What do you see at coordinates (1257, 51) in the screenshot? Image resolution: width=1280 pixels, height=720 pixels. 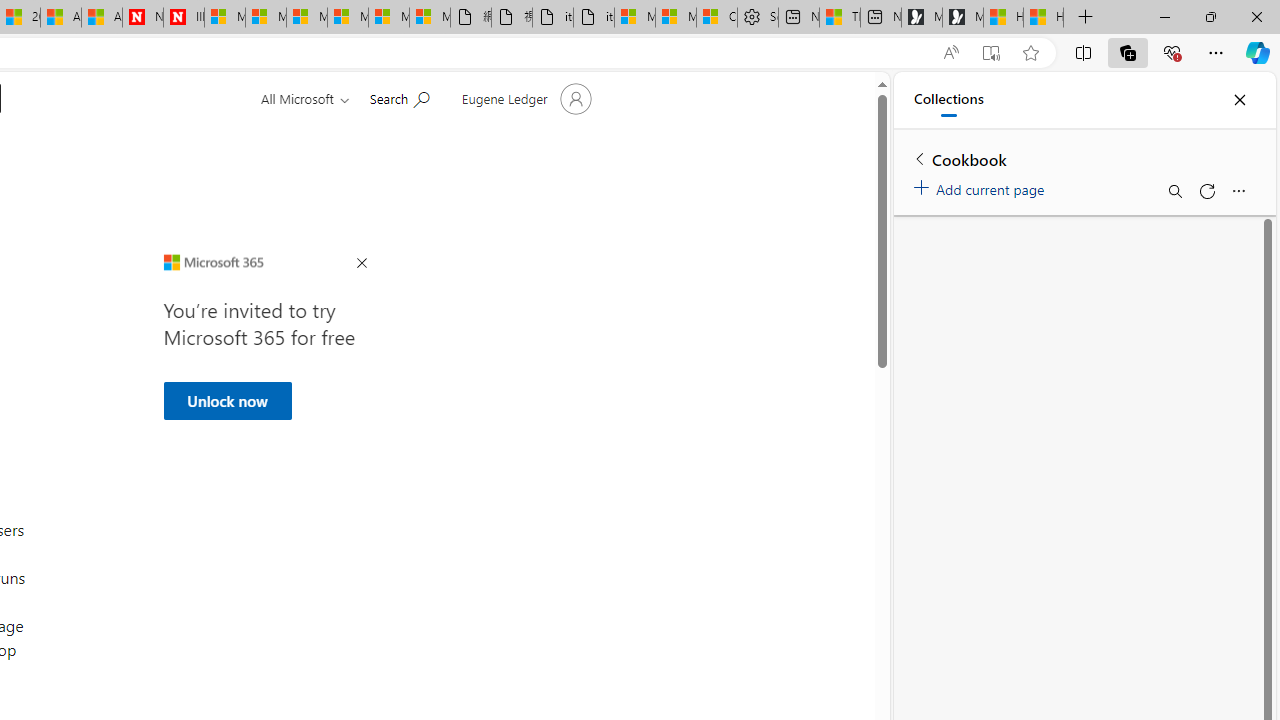 I see `'Copilot (Ctrl+Shift+.)'` at bounding box center [1257, 51].